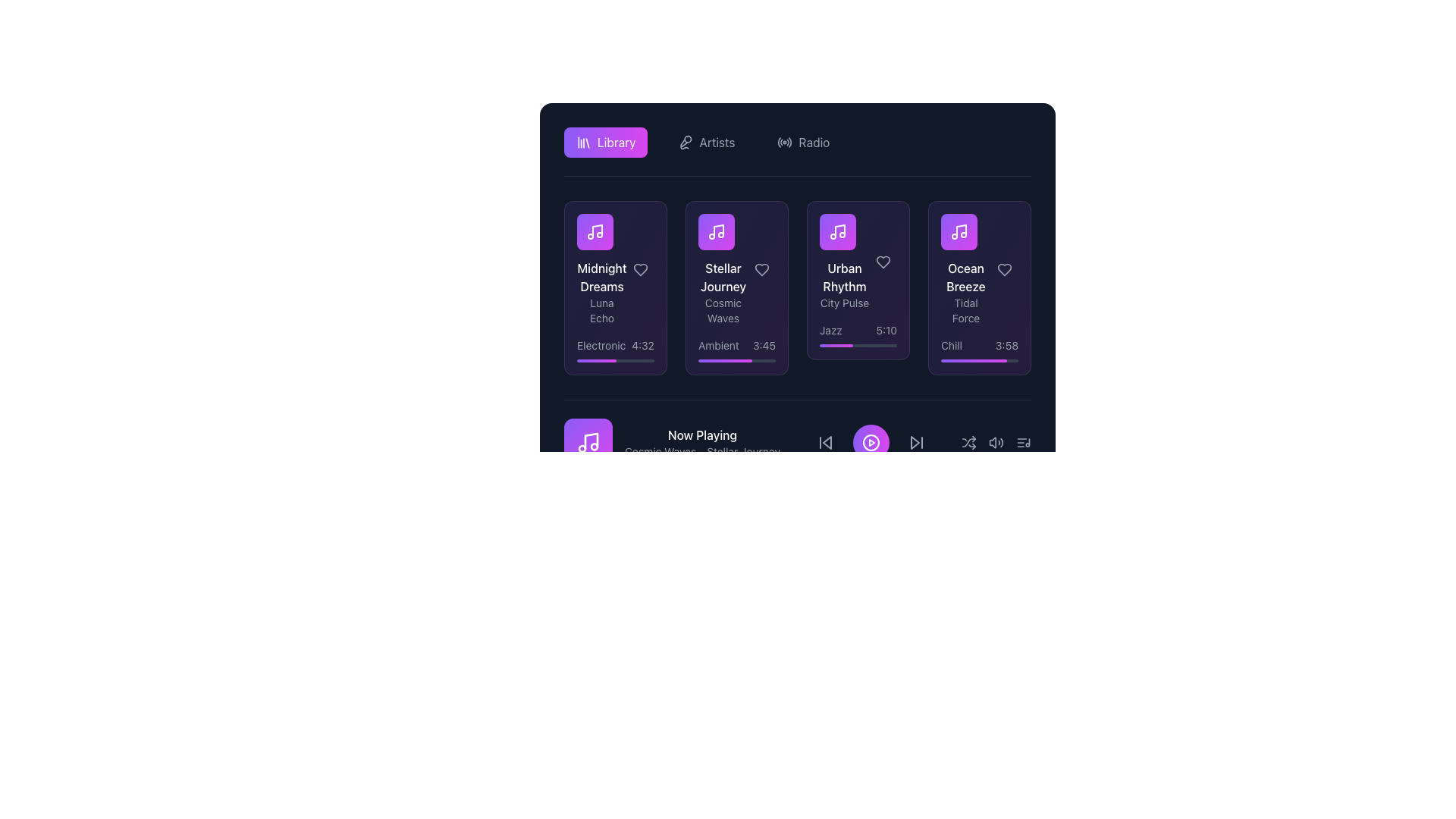 This screenshot has height=819, width=1456. What do you see at coordinates (761, 268) in the screenshot?
I see `the heart-shaped icon representing the favorite button on the song 'Stellar Journey' to potentially see a tooltip or highlight effect` at bounding box center [761, 268].